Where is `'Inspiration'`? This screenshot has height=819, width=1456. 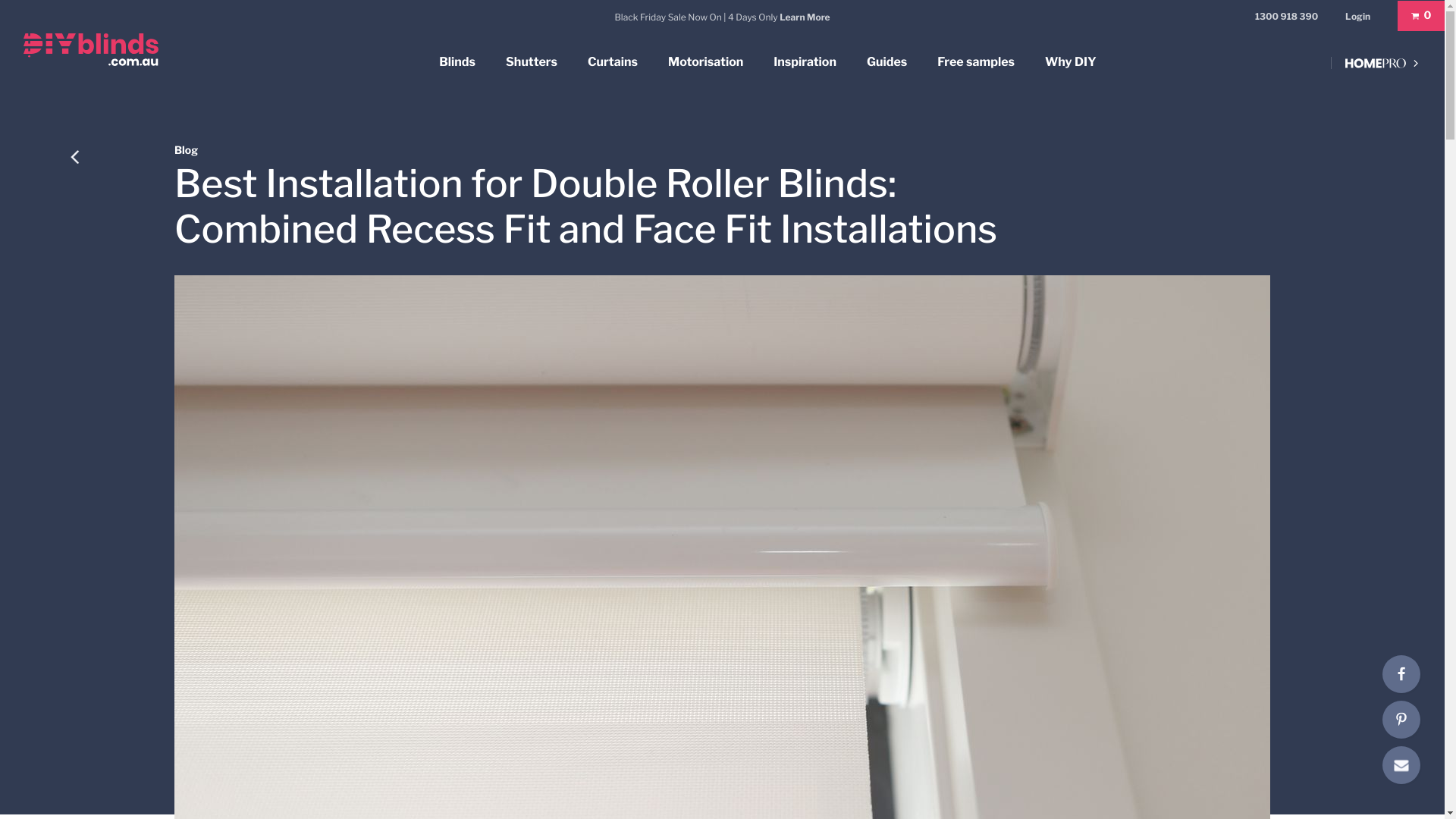 'Inspiration' is located at coordinates (804, 61).